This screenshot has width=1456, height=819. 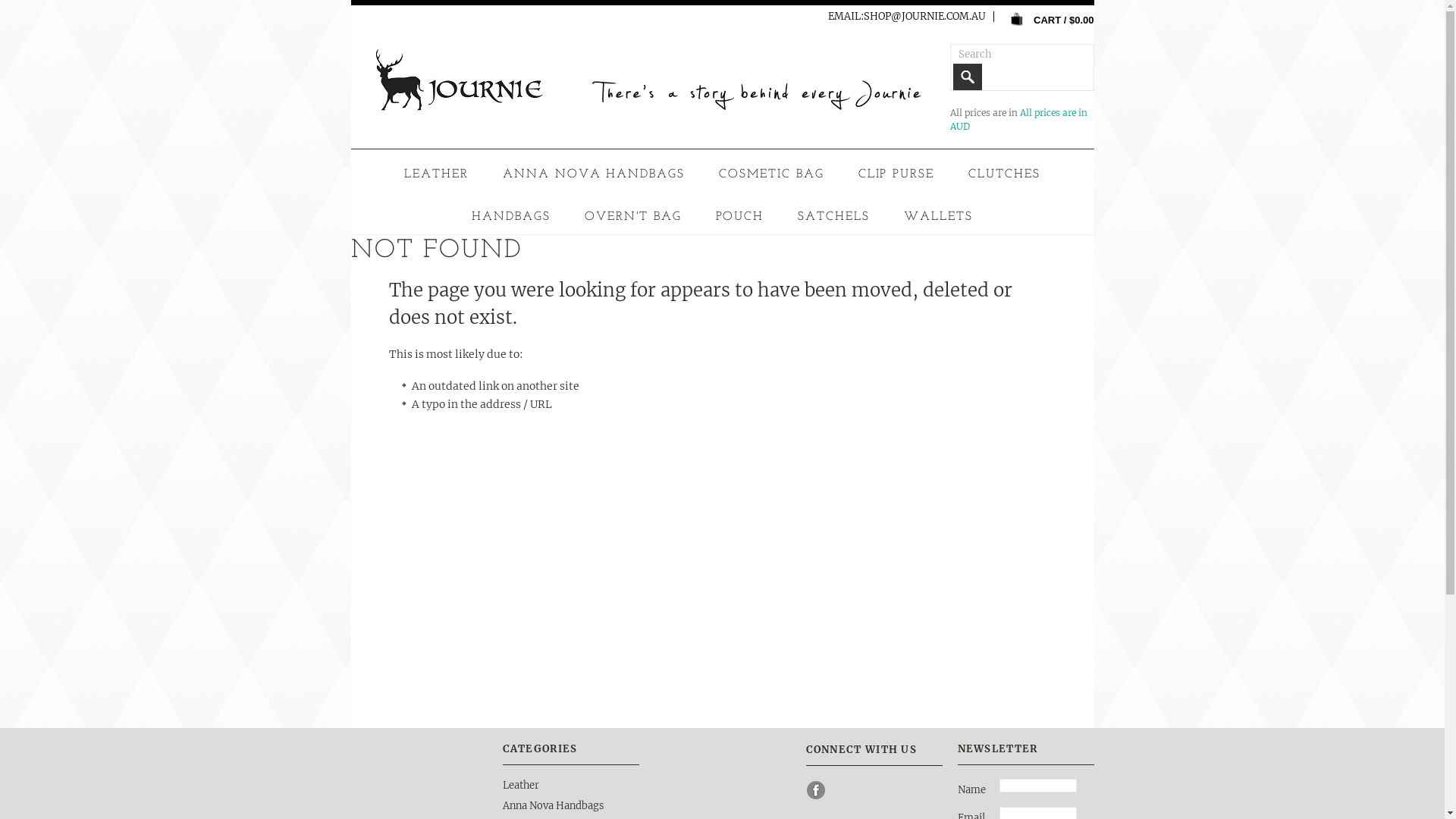 What do you see at coordinates (1016, 18) in the screenshot?
I see `'View Cart'` at bounding box center [1016, 18].